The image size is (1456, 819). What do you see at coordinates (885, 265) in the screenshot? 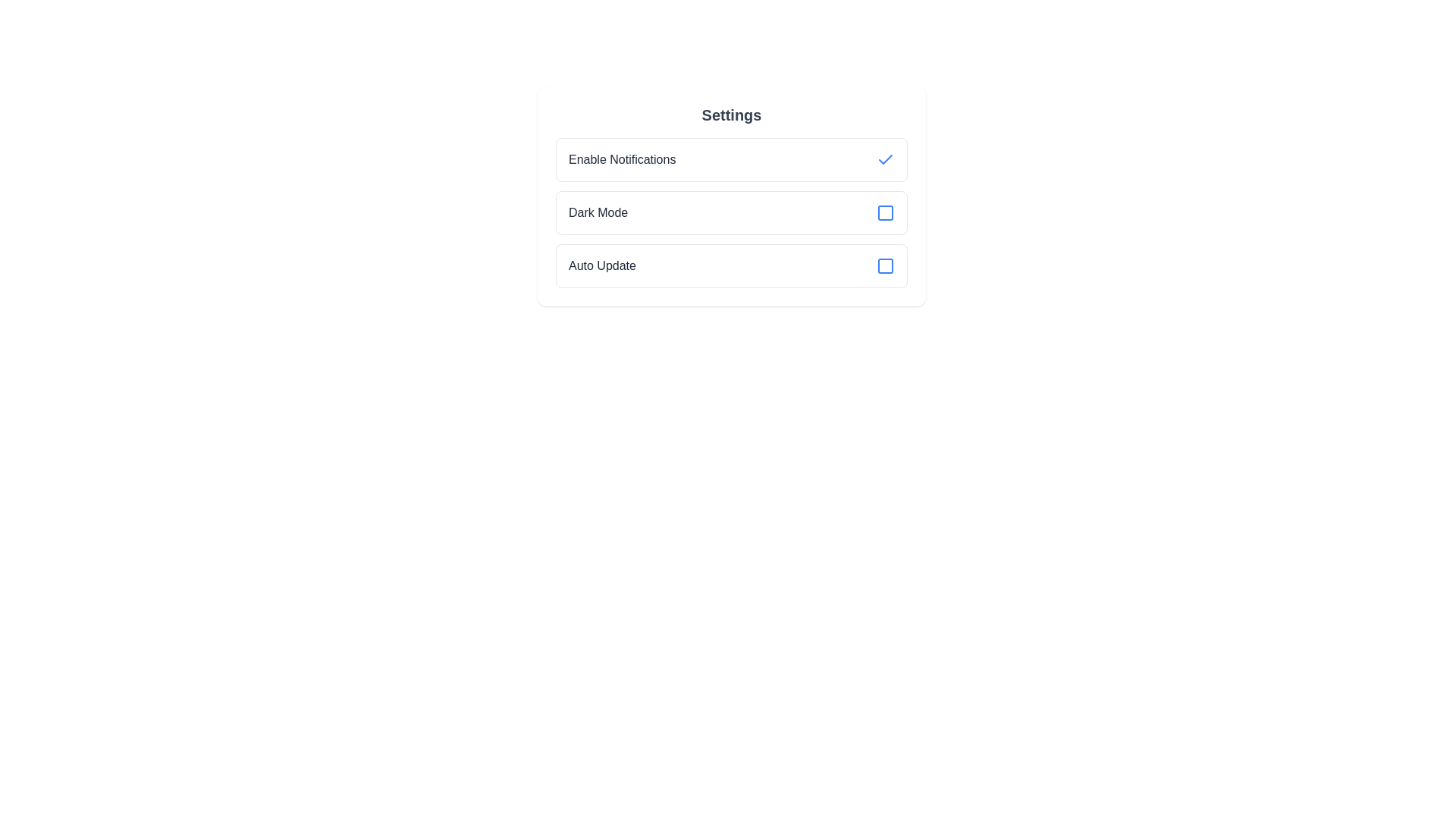
I see `the small blue square button outlined in blue located to the right of the 'Auto Update' setting label` at bounding box center [885, 265].